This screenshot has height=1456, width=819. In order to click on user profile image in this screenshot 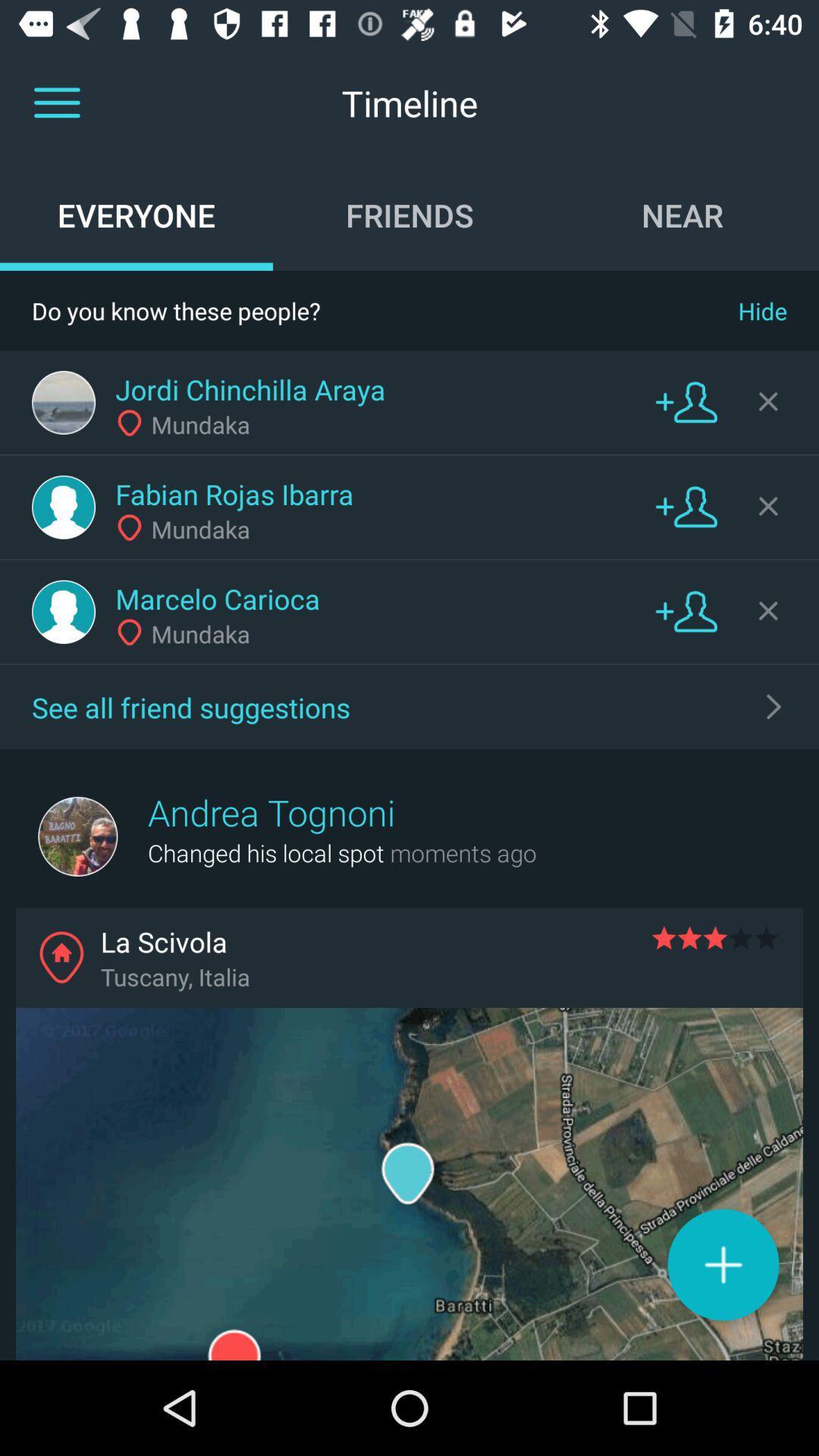, I will do `click(63, 507)`.